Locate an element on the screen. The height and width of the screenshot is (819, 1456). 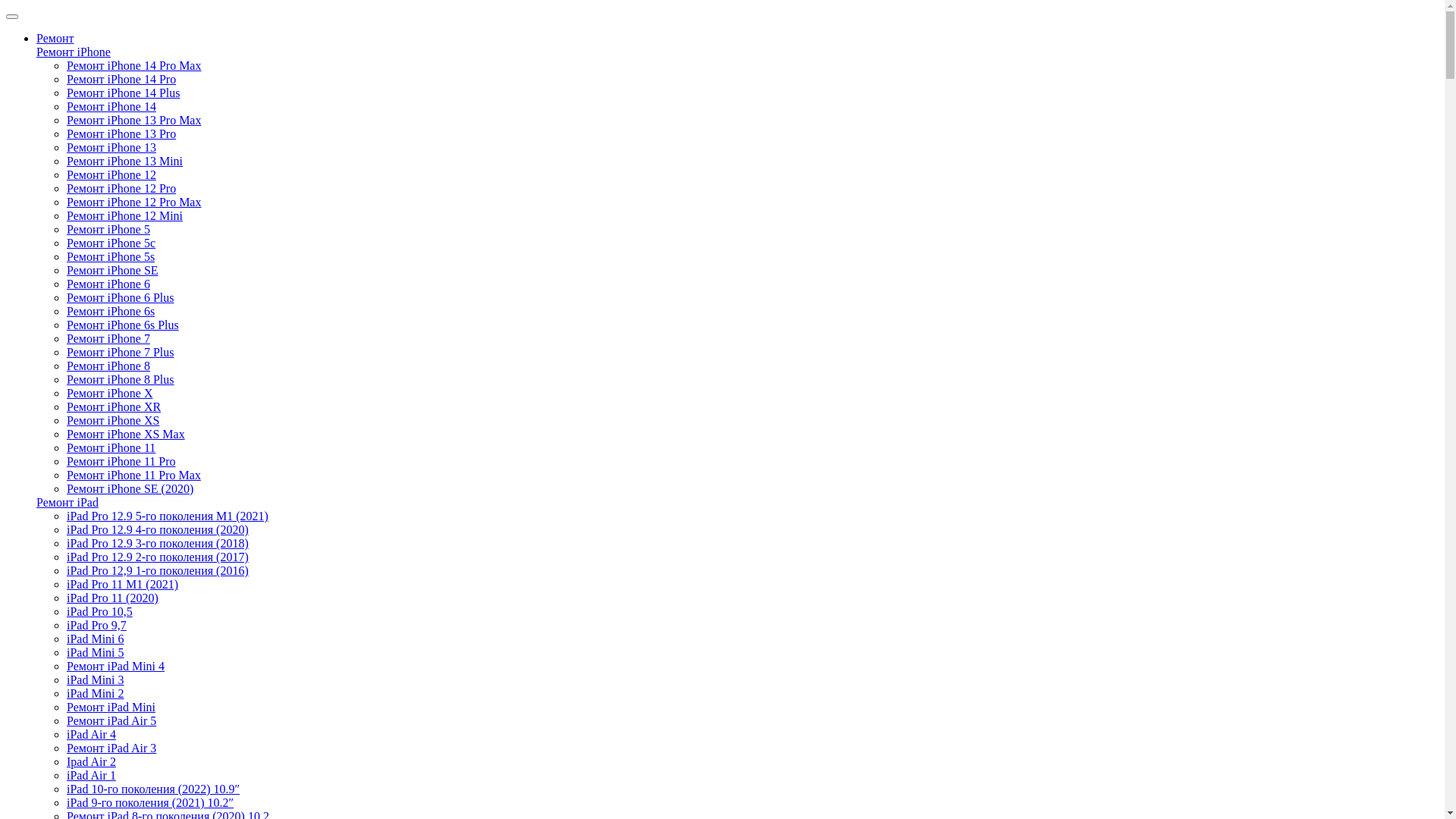
'iPad Pro 11 M1 (2021)' is located at coordinates (122, 583).